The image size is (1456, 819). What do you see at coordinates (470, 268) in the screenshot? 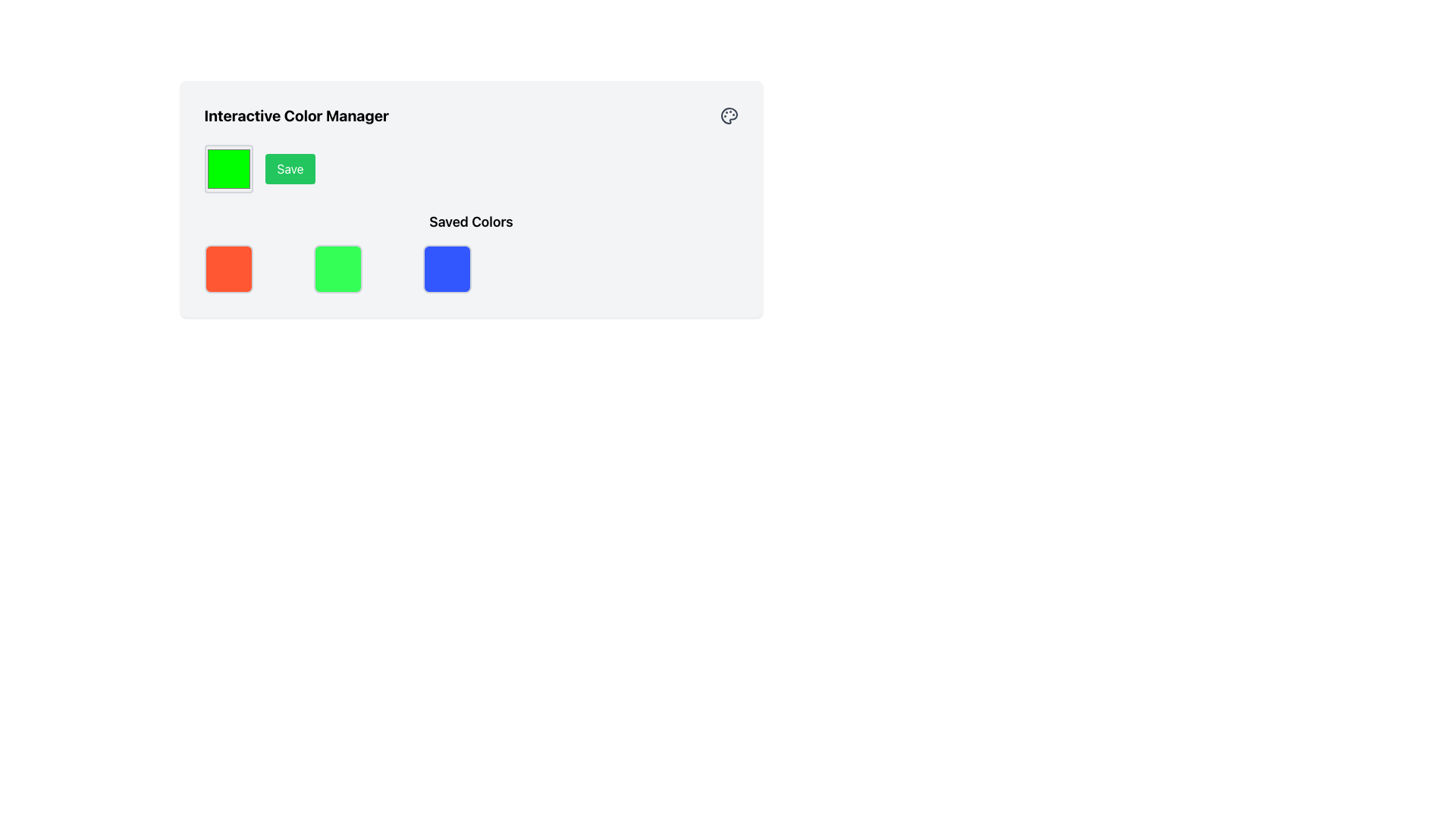
I see `the third color swatch in the 'Saved Colors' section, which visually represents a saved color and is adjacent to a green square on the left` at bounding box center [470, 268].